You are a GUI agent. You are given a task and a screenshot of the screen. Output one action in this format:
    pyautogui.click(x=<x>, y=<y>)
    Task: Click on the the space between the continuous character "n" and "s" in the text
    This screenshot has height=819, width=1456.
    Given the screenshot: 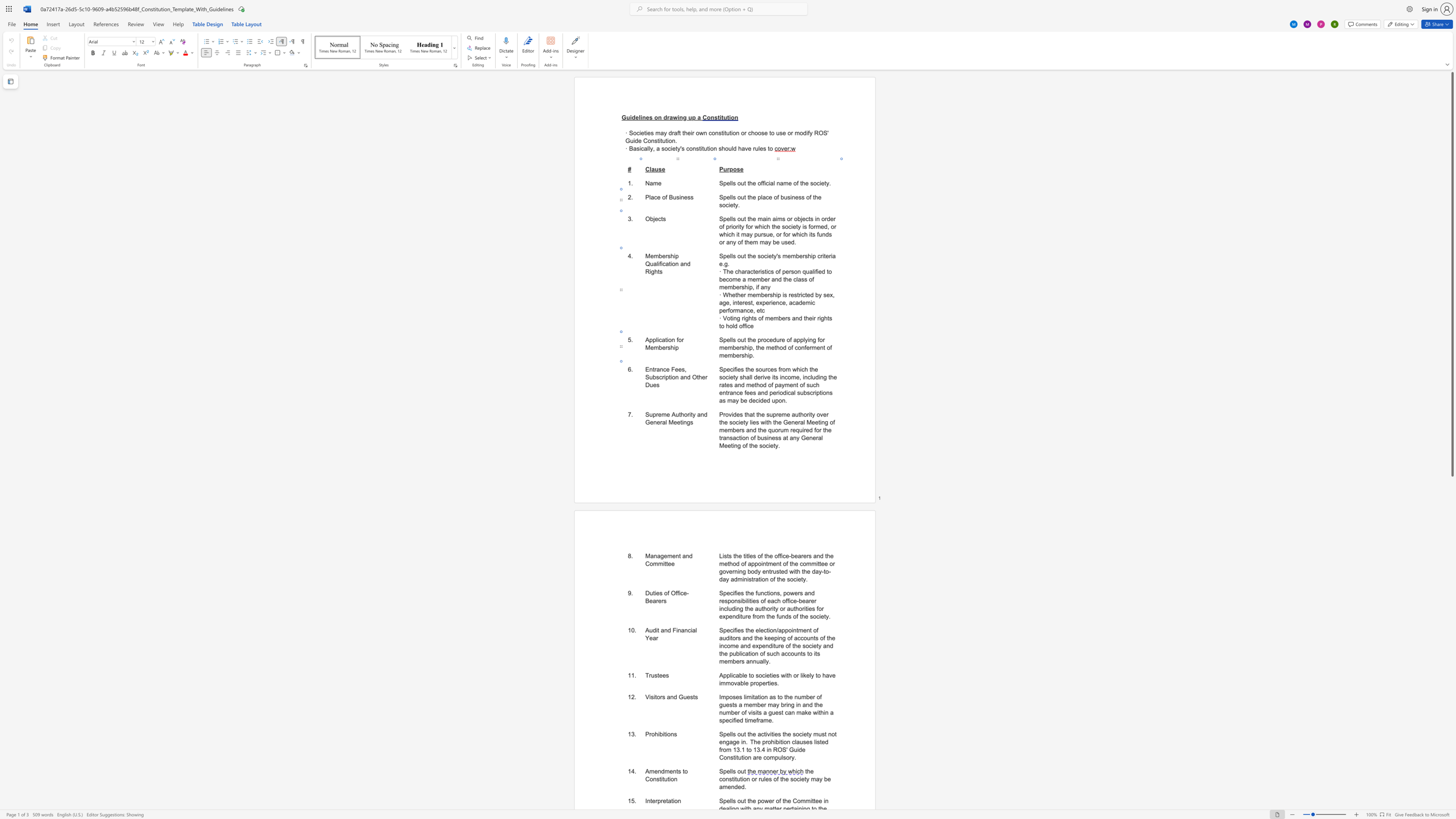 What is the action you would take?
    pyautogui.click(x=829, y=392)
    